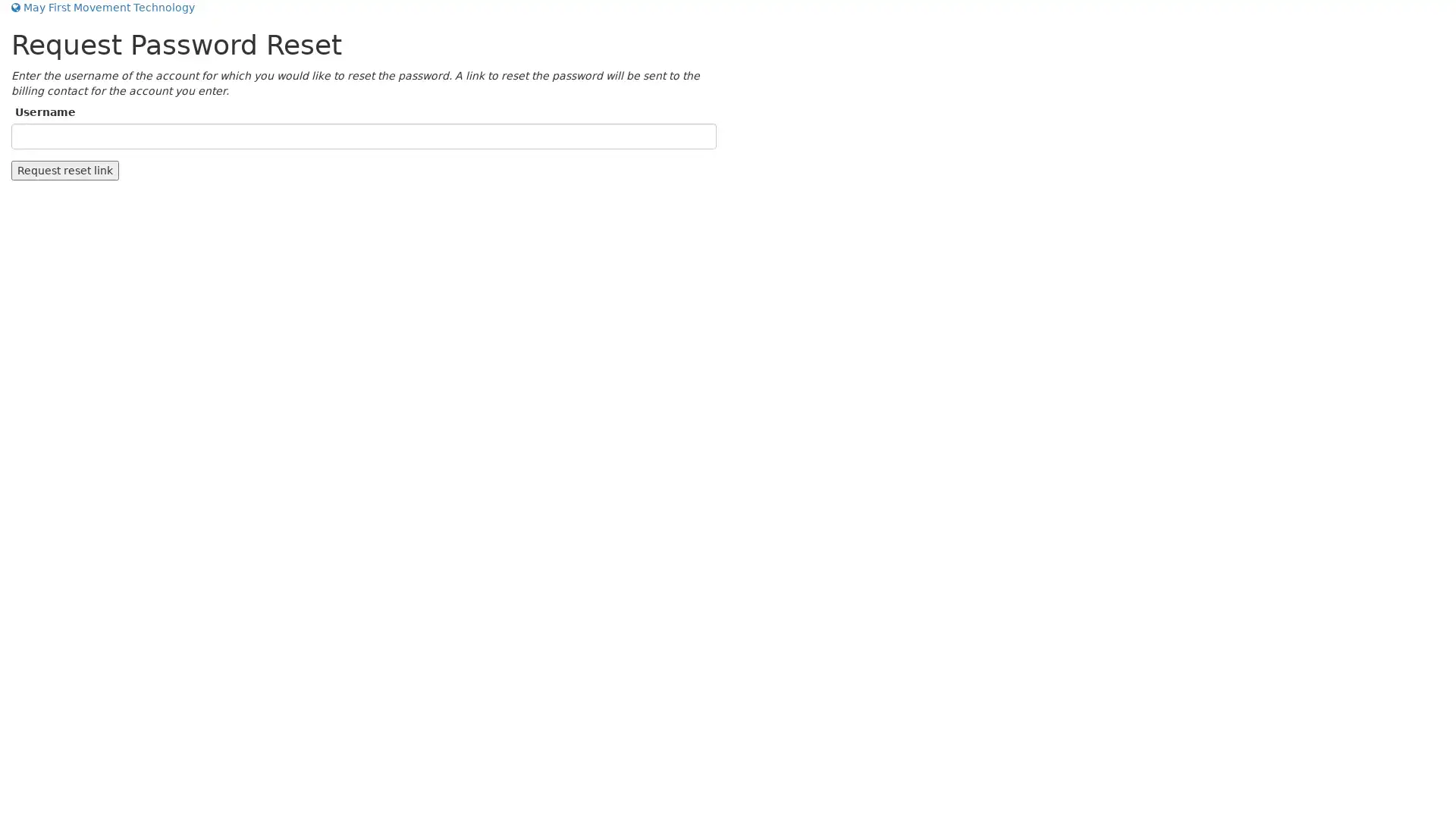  What do you see at coordinates (64, 169) in the screenshot?
I see `Request reset link` at bounding box center [64, 169].